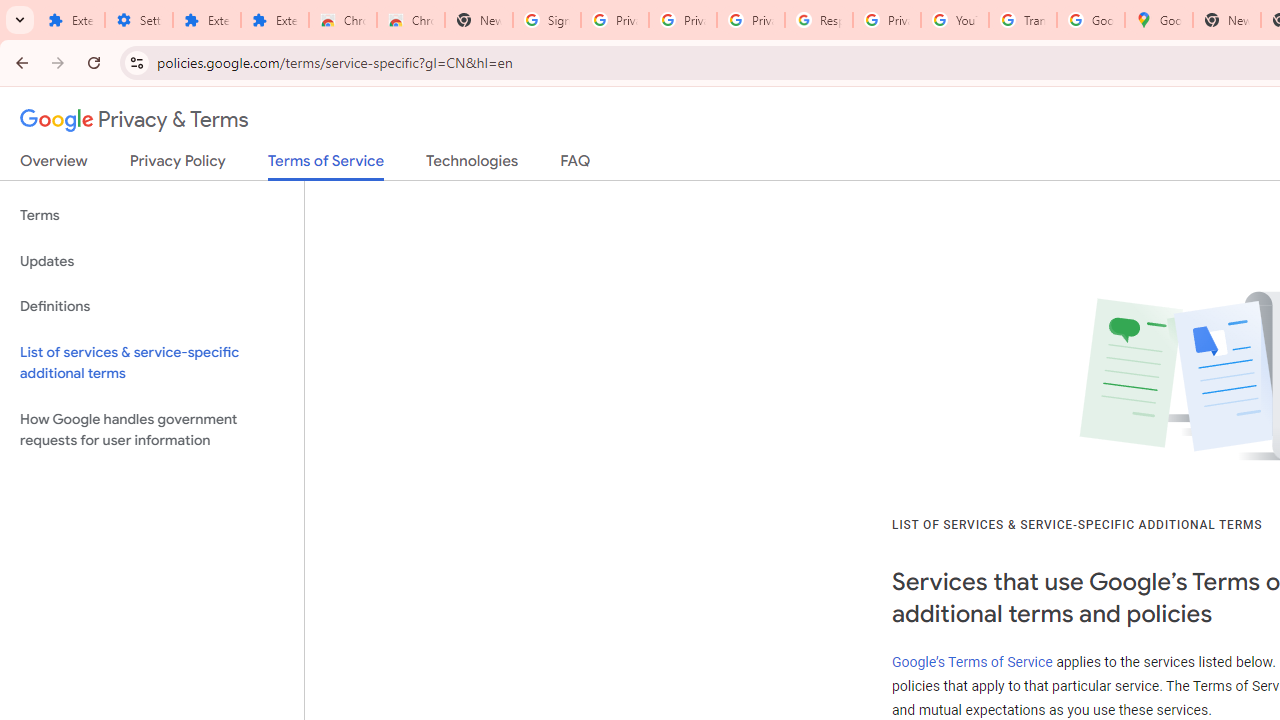 The height and width of the screenshot is (720, 1280). I want to click on 'Chrome Web Store - Themes', so click(410, 20).